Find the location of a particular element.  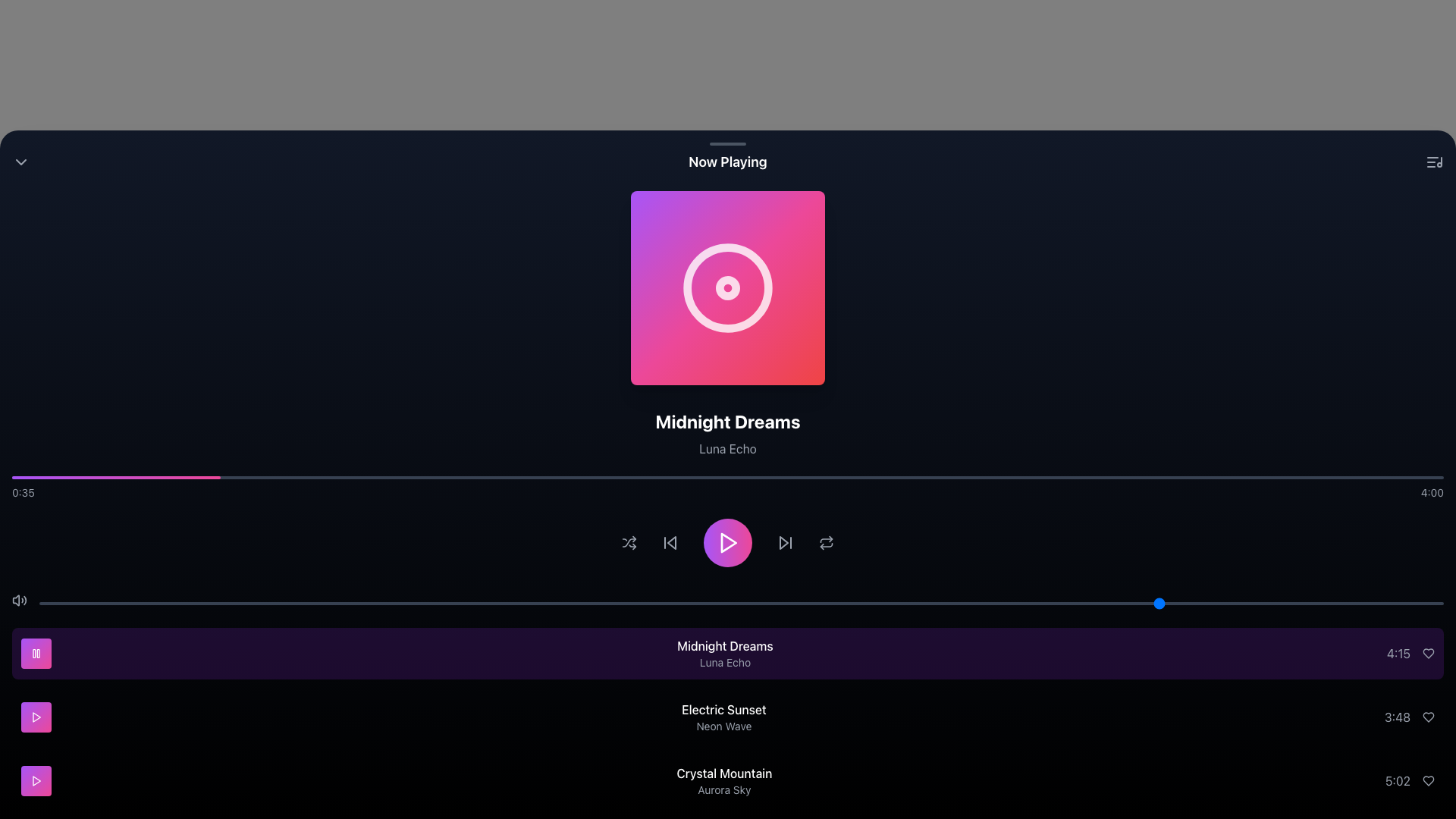

the slider value is located at coordinates (419, 602).